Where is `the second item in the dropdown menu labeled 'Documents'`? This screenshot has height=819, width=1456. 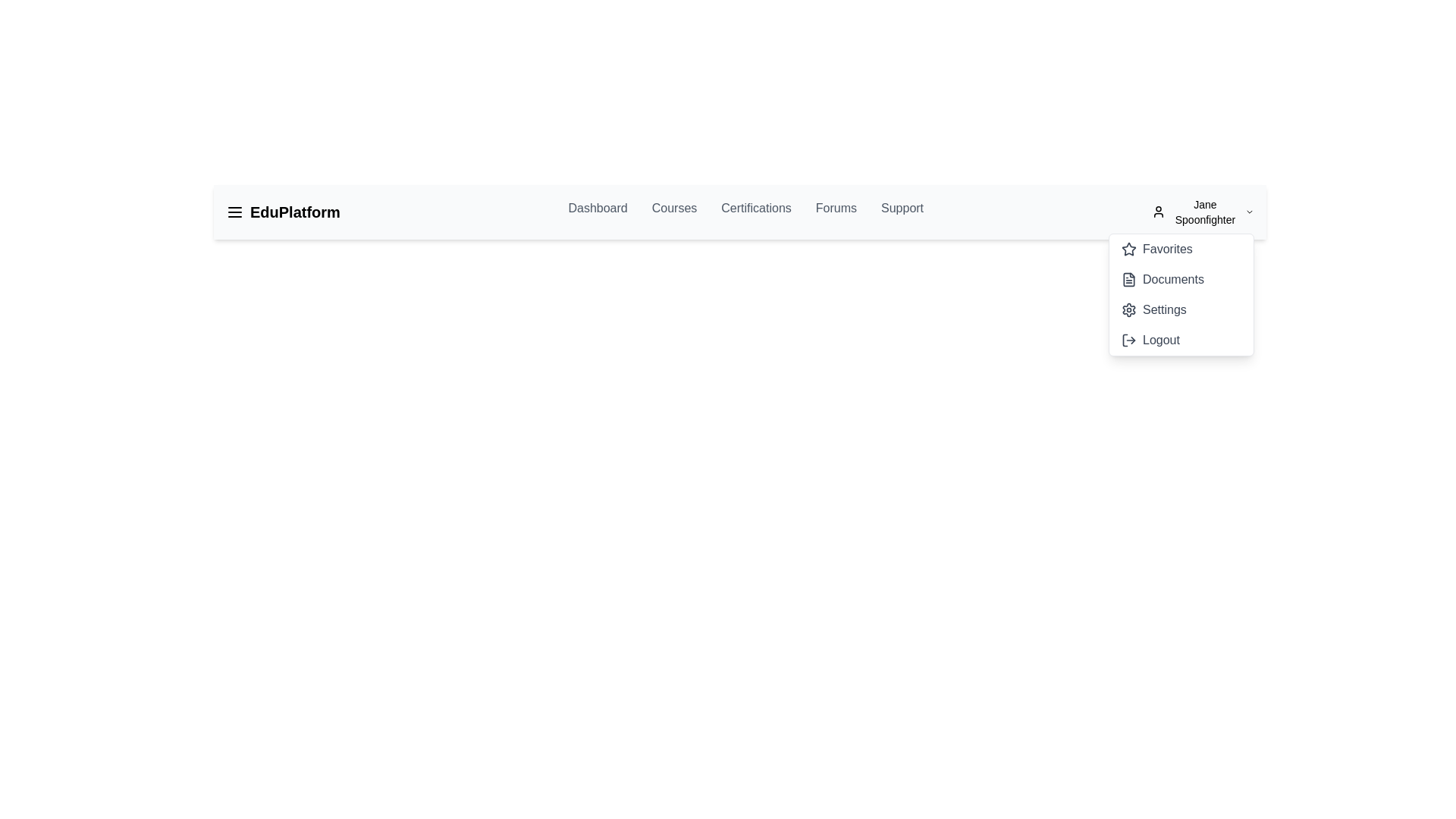
the second item in the dropdown menu labeled 'Documents' is located at coordinates (1181, 295).